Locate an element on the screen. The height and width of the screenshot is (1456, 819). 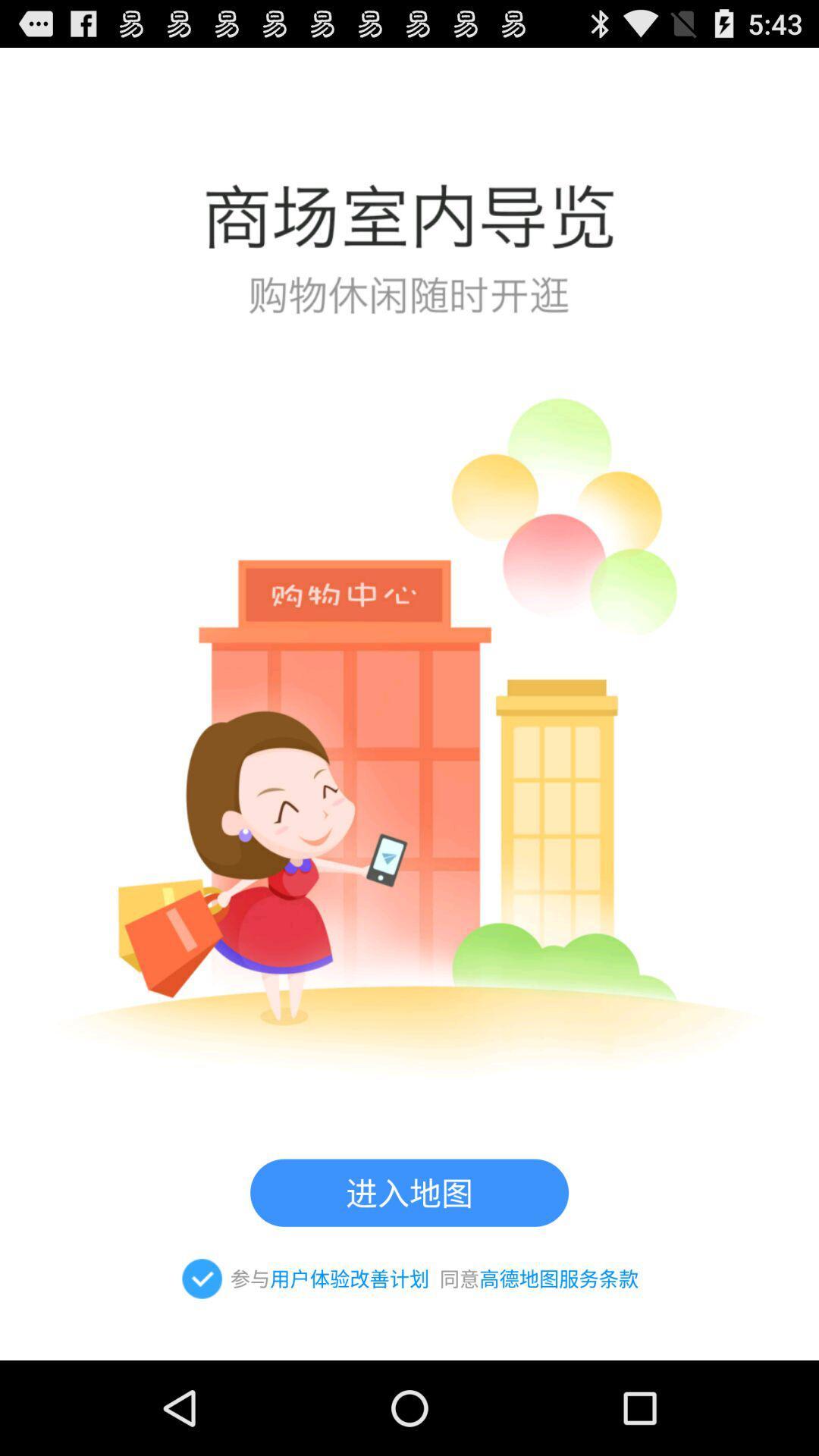
the app at the bottom right corner is located at coordinates (559, 1278).